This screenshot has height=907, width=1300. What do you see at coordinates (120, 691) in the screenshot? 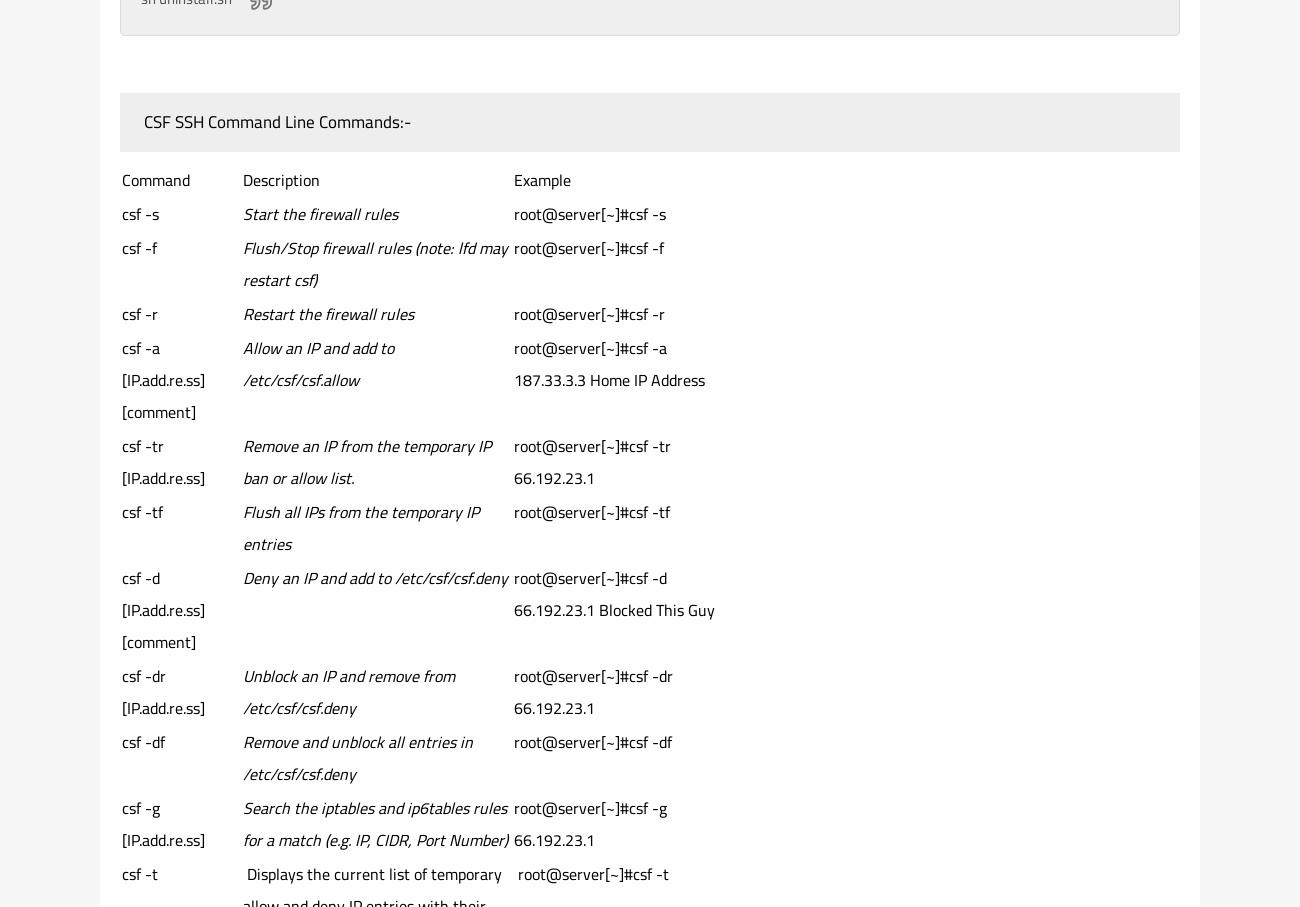
I see `'csf -dr [IP.add.re.ss]'` at bounding box center [120, 691].